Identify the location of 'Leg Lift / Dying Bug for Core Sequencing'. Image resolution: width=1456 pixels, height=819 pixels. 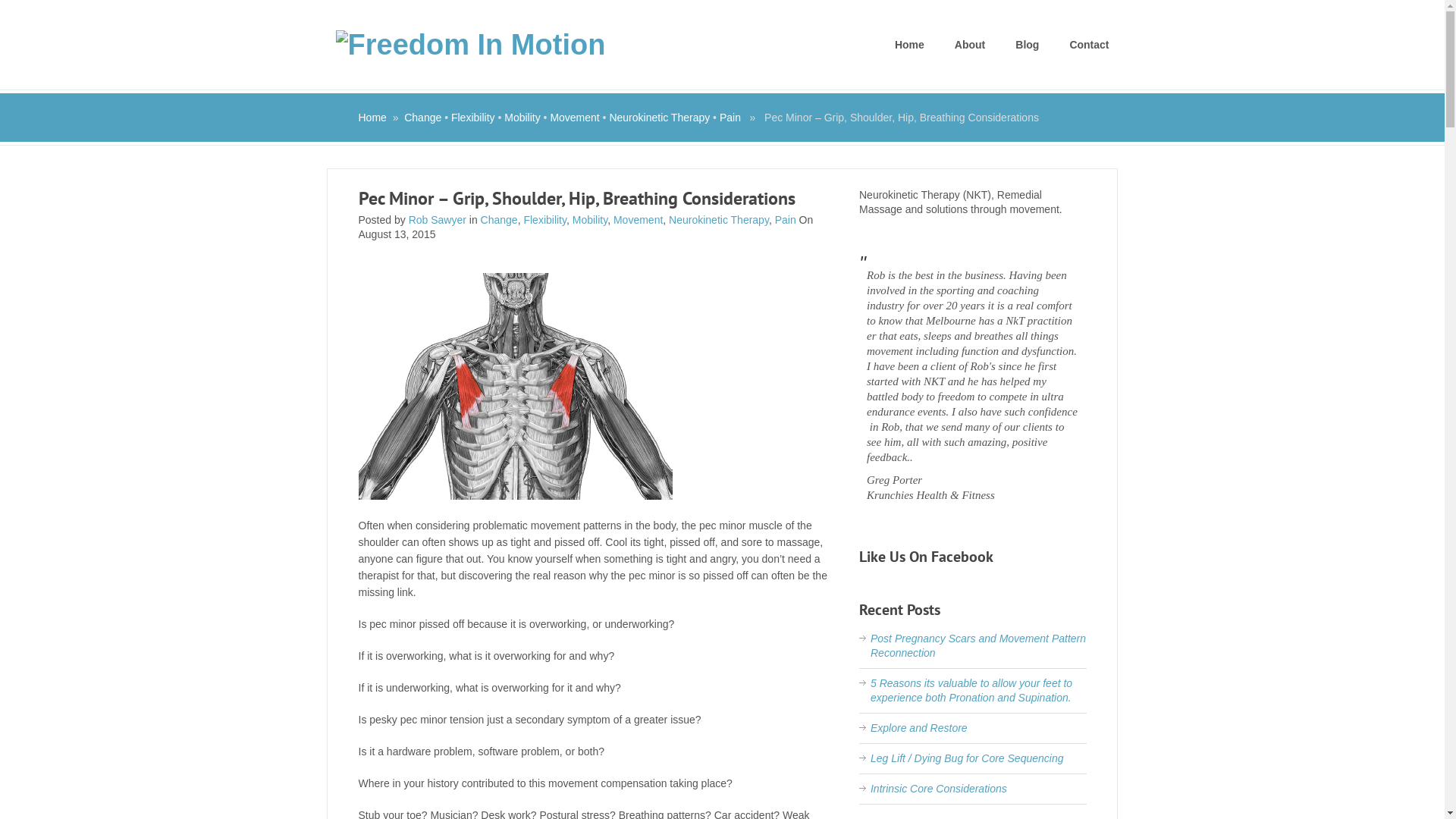
(966, 758).